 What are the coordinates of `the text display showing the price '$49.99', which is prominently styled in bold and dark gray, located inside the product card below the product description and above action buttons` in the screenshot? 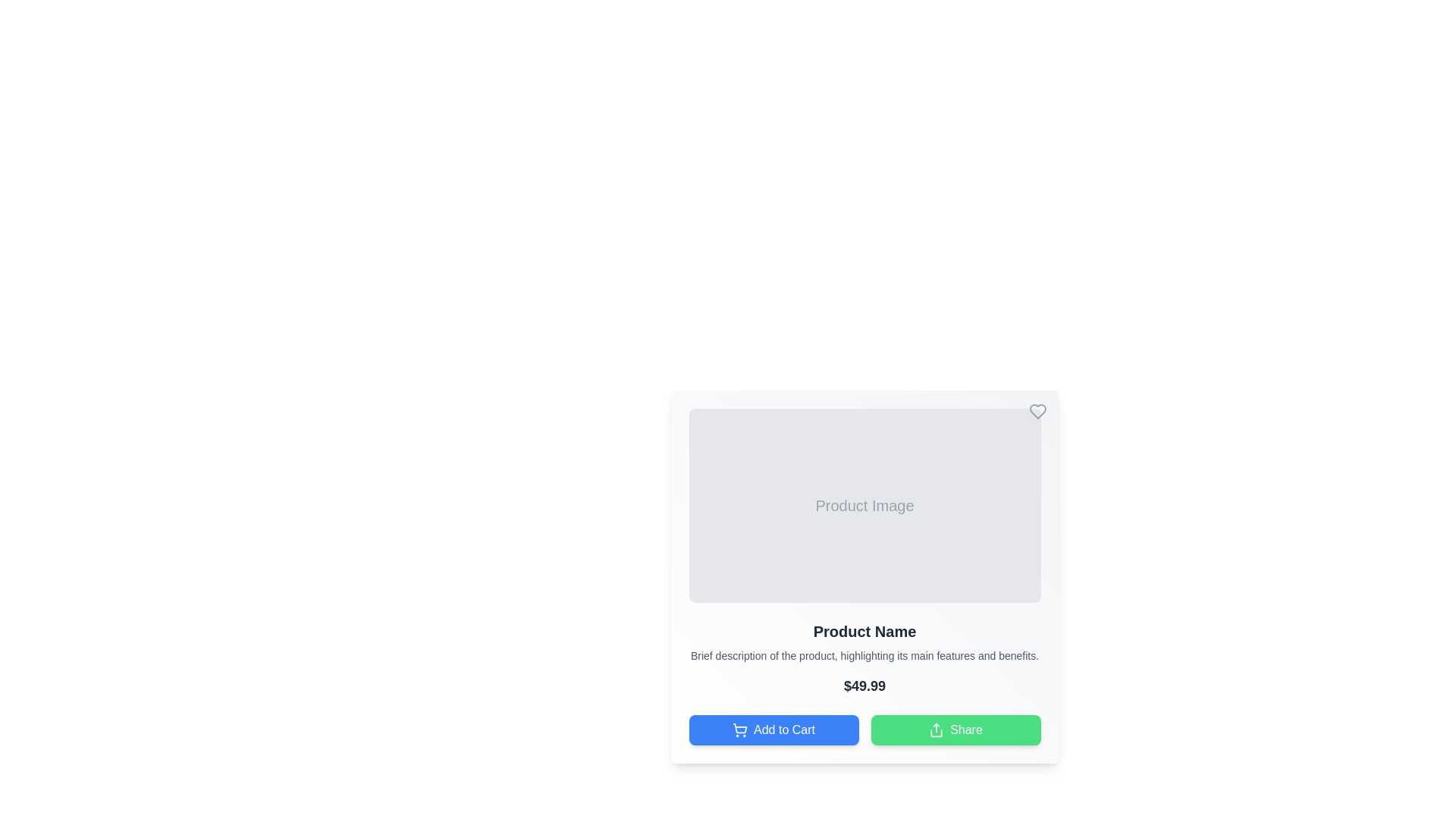 It's located at (864, 686).